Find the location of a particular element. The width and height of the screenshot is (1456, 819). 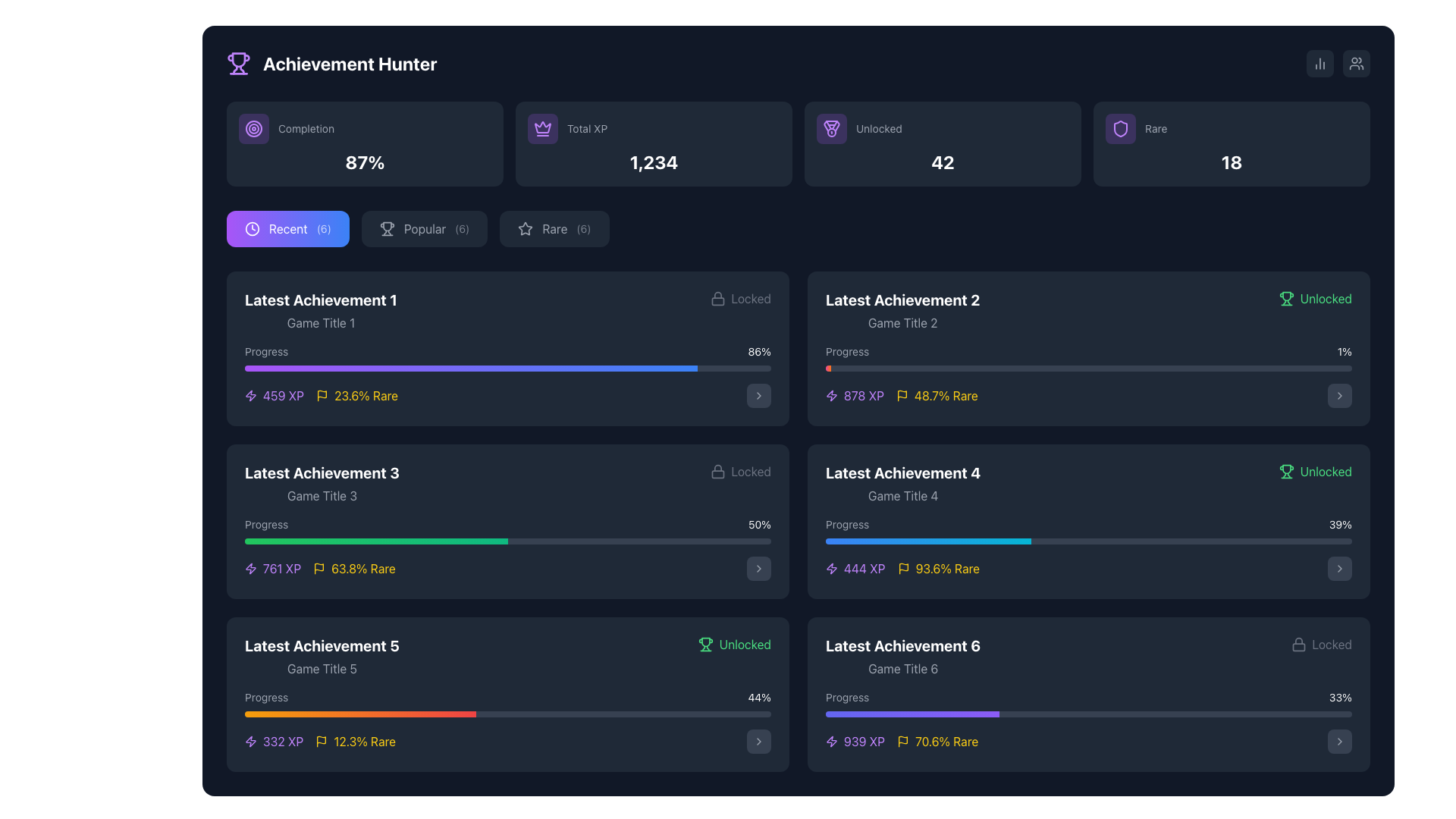

the upper part of the flag-shaped SVG icon representing a milestone in the 'Latest Achievement 4' card is located at coordinates (903, 567).